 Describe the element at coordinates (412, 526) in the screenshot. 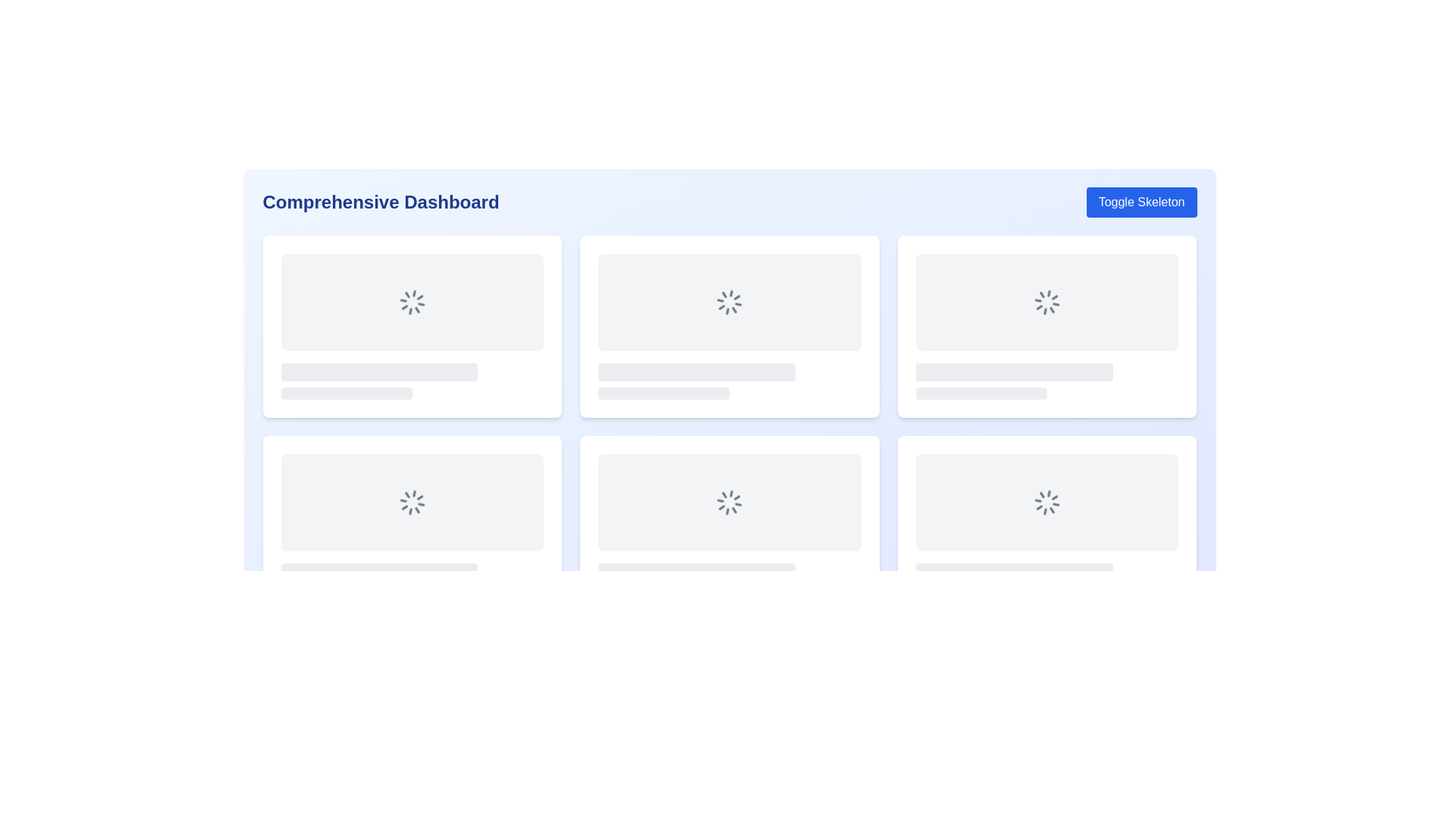

I see `the Placeholder card with a spinner and dummy content, which is a white card with a rounded rectangular shape and a grey circular loader at its center` at that location.